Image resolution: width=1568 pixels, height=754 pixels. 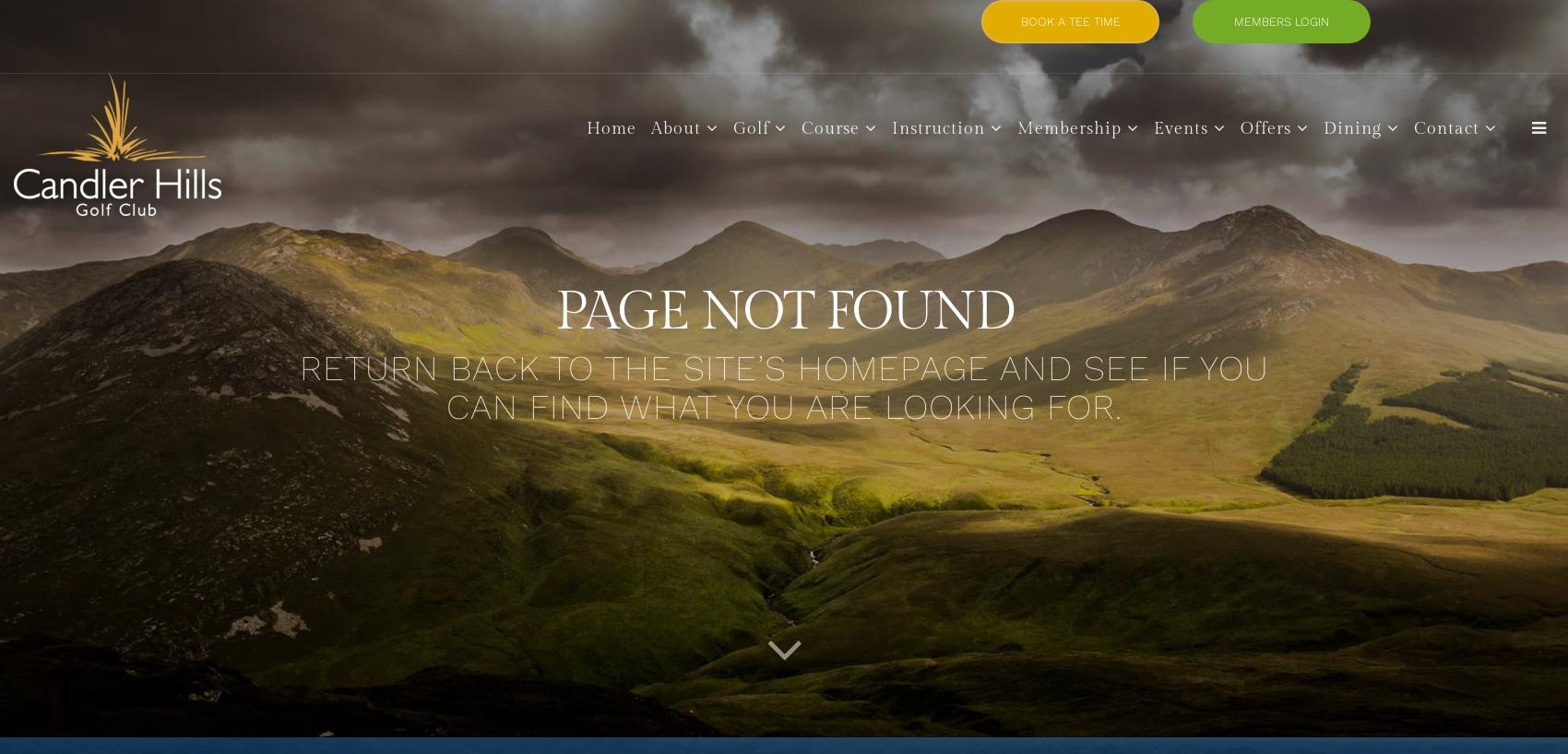 What do you see at coordinates (1070, 19) in the screenshot?
I see `'BOOK A TEE TIME'` at bounding box center [1070, 19].